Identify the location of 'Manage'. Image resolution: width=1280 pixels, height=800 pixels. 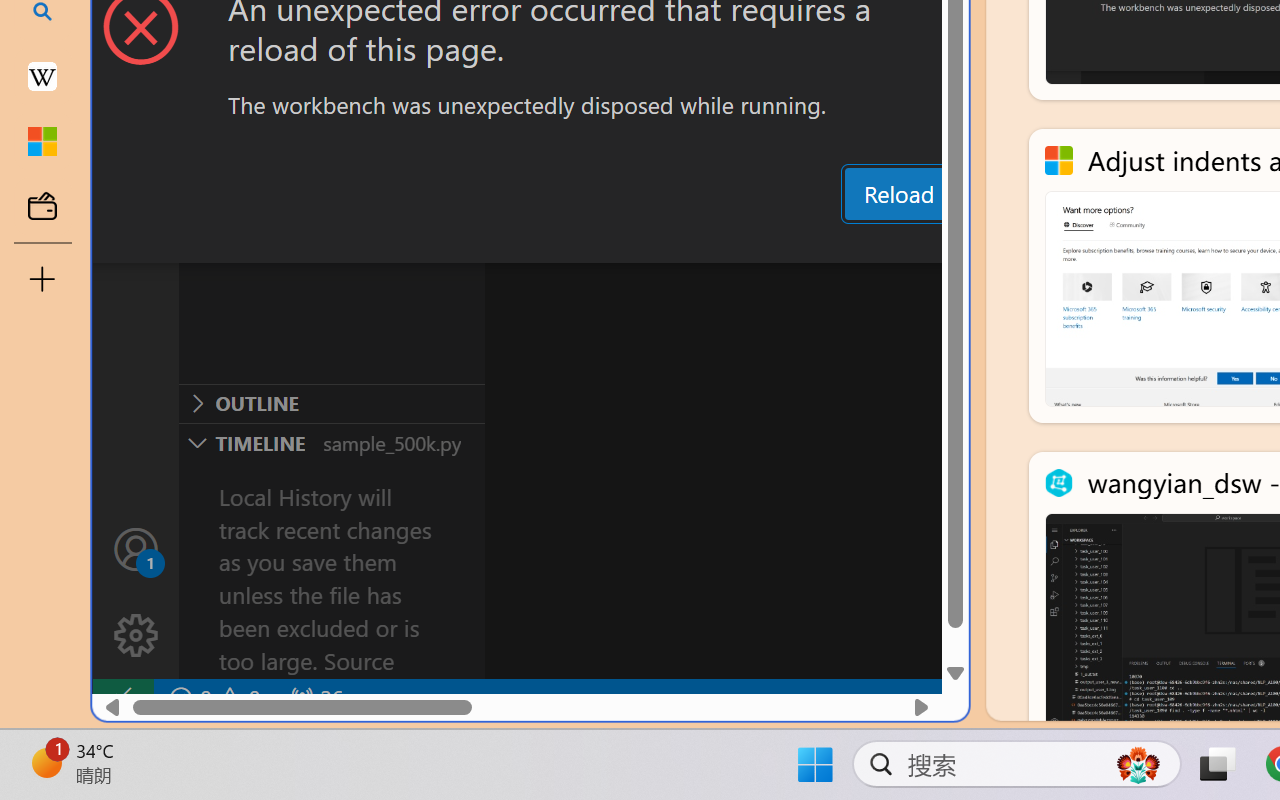
(134, 634).